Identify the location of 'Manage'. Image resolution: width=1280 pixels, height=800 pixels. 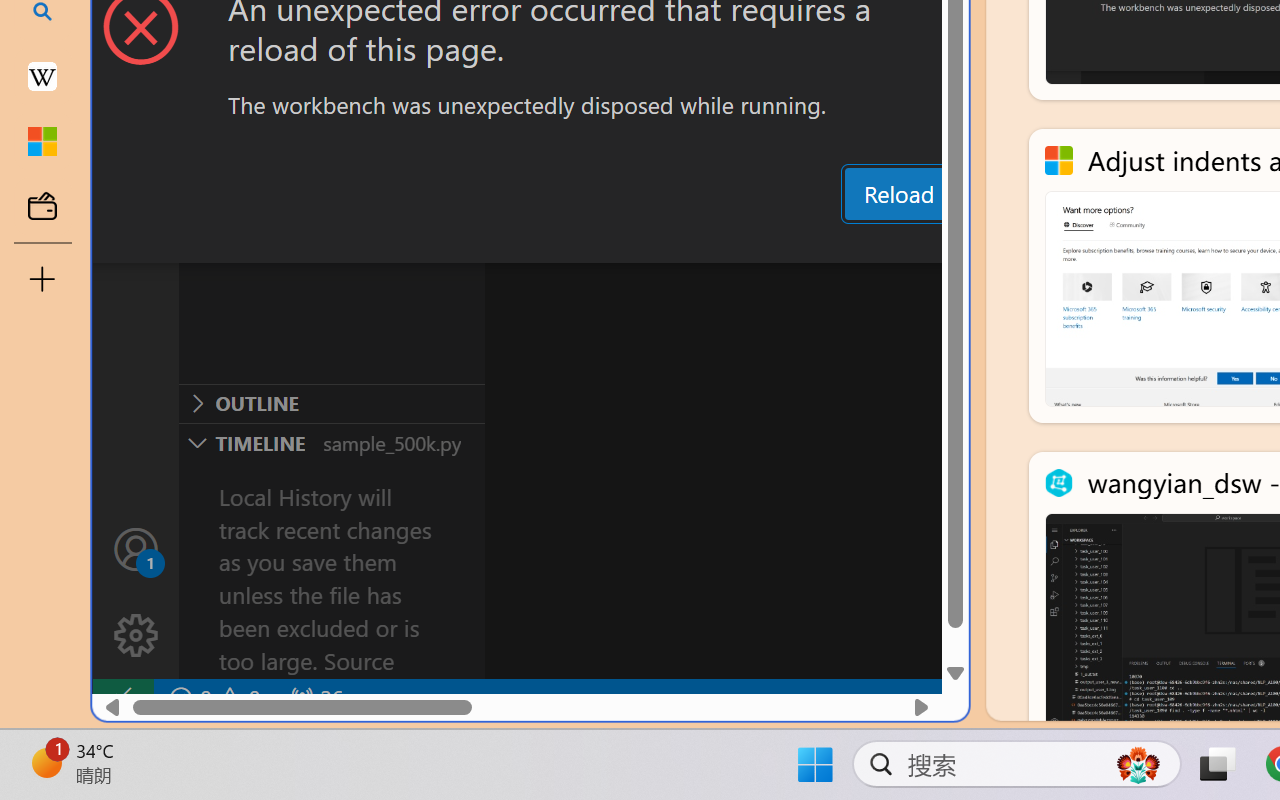
(134, 634).